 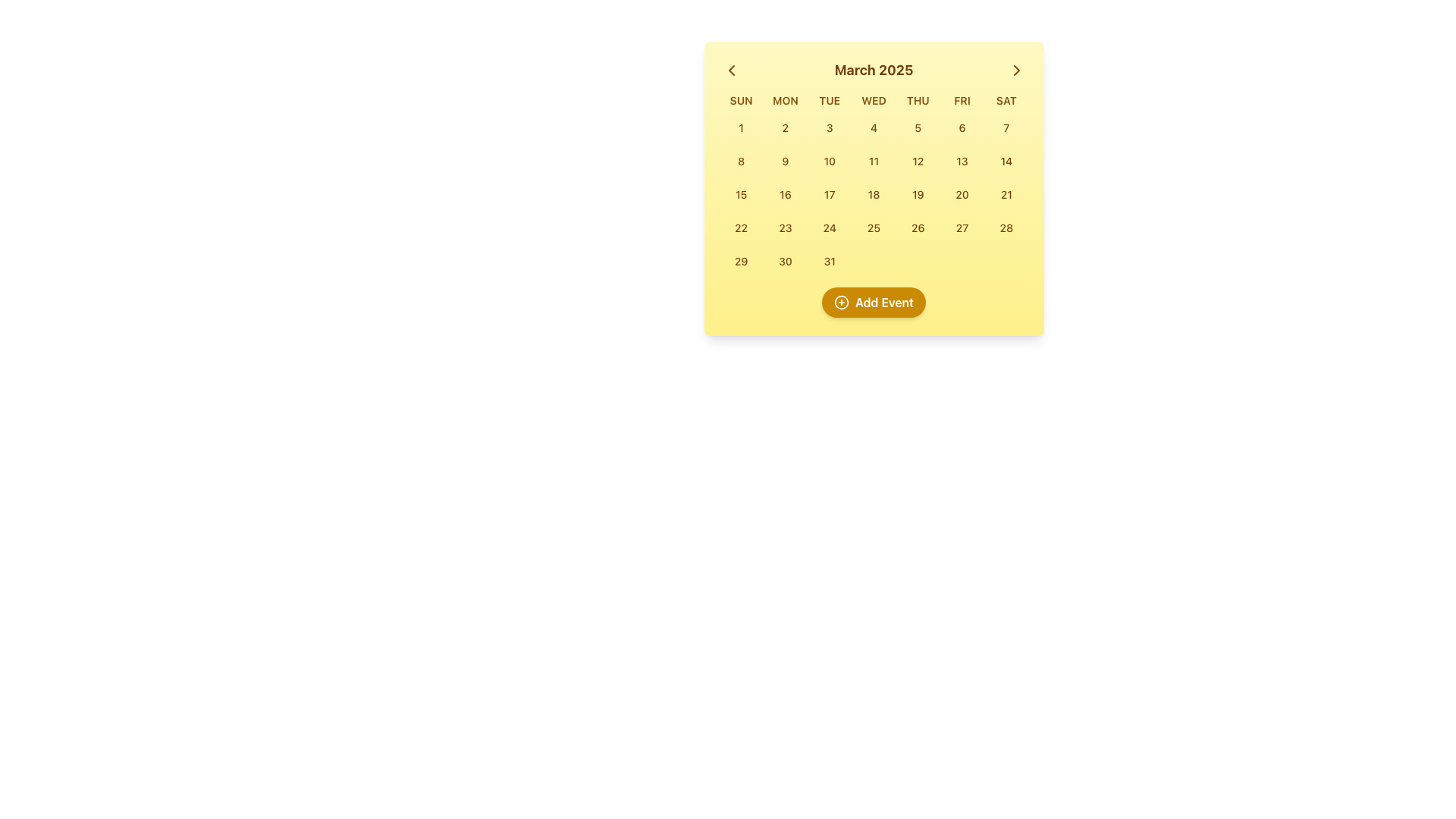 I want to click on the Button-like text element representing the date March 8, 2025, in the calendar grid, so click(x=741, y=161).